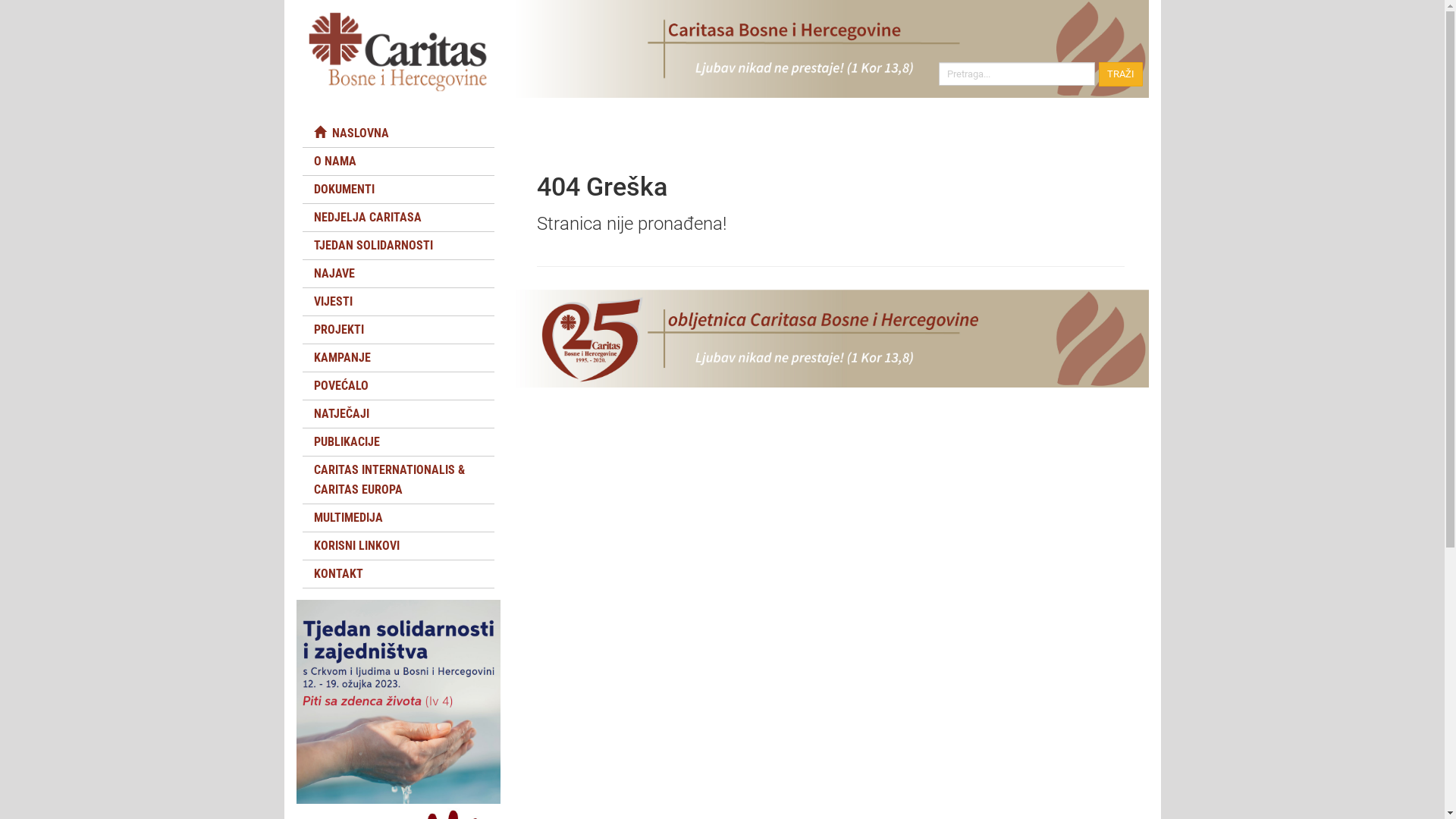 This screenshot has height=819, width=1456. What do you see at coordinates (302, 301) in the screenshot?
I see `'VIJESTI'` at bounding box center [302, 301].